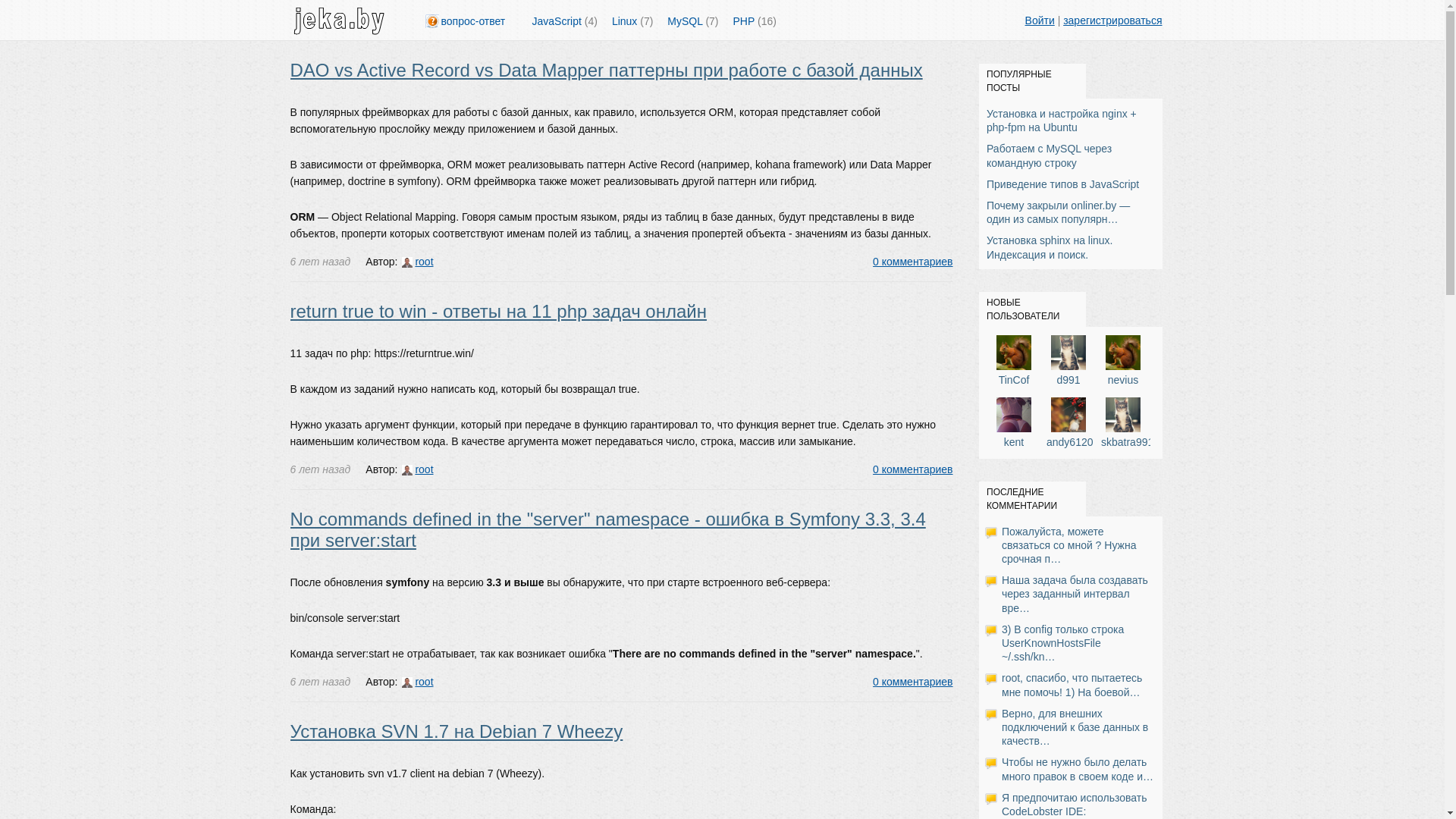 The image size is (1456, 819). Describe the element at coordinates (632, 20) in the screenshot. I see `'Linux (7)'` at that location.